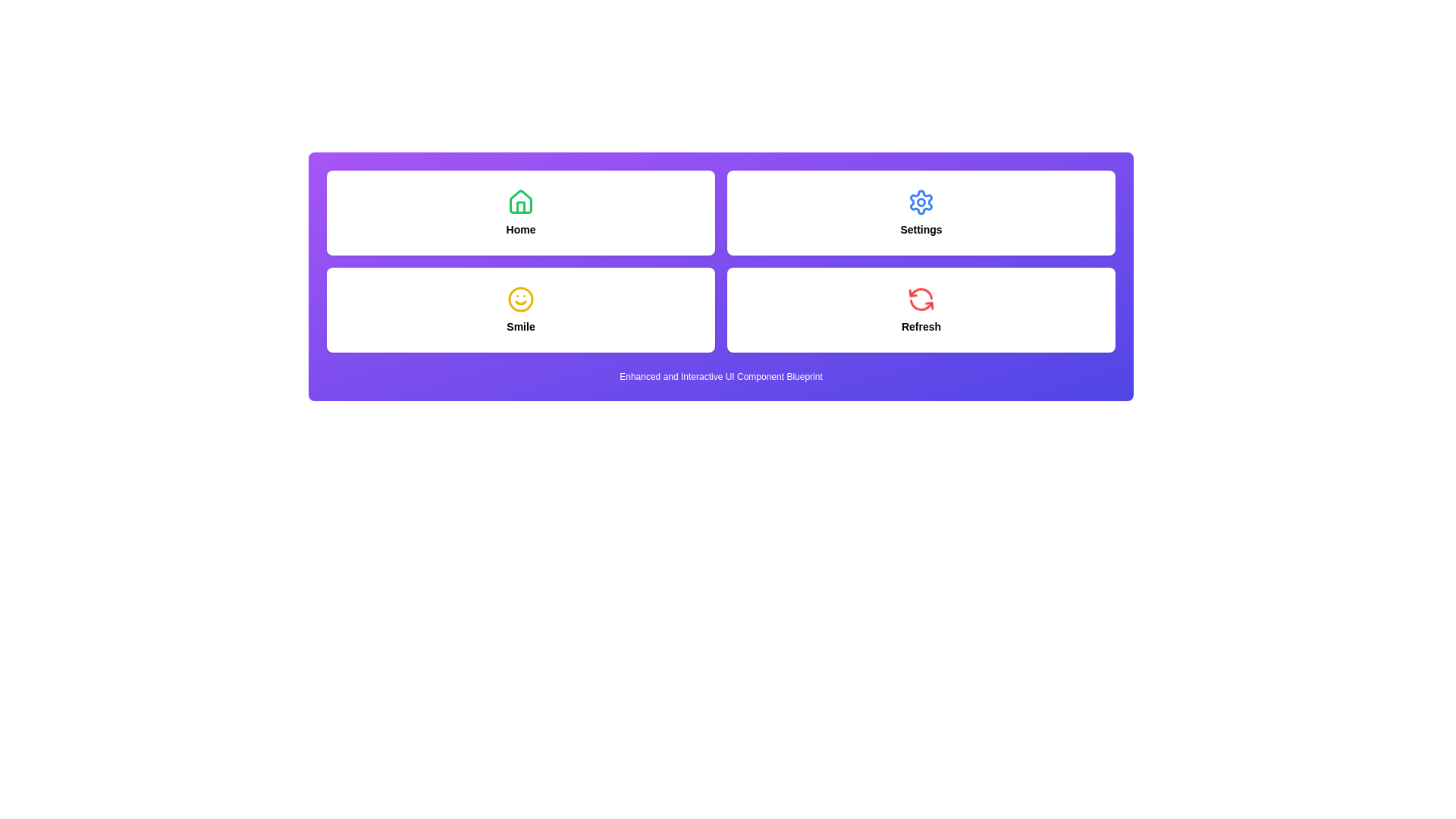 The height and width of the screenshot is (819, 1456). Describe the element at coordinates (920, 326) in the screenshot. I see `the descriptive text label for the refresh function located at the bottom-right corner of the four-card grid layout` at that location.